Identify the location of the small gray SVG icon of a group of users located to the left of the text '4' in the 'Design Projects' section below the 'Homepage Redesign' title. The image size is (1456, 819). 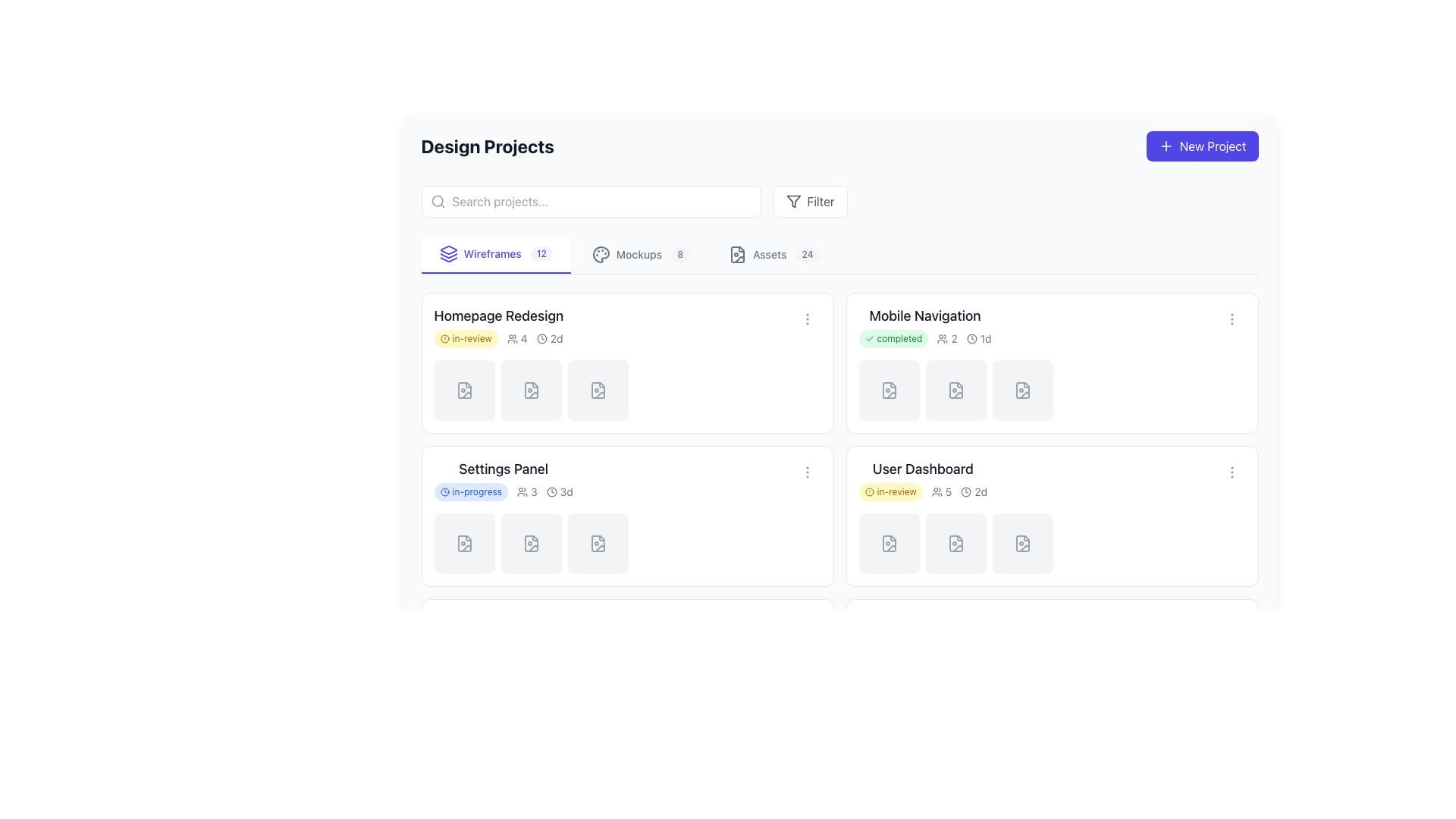
(512, 338).